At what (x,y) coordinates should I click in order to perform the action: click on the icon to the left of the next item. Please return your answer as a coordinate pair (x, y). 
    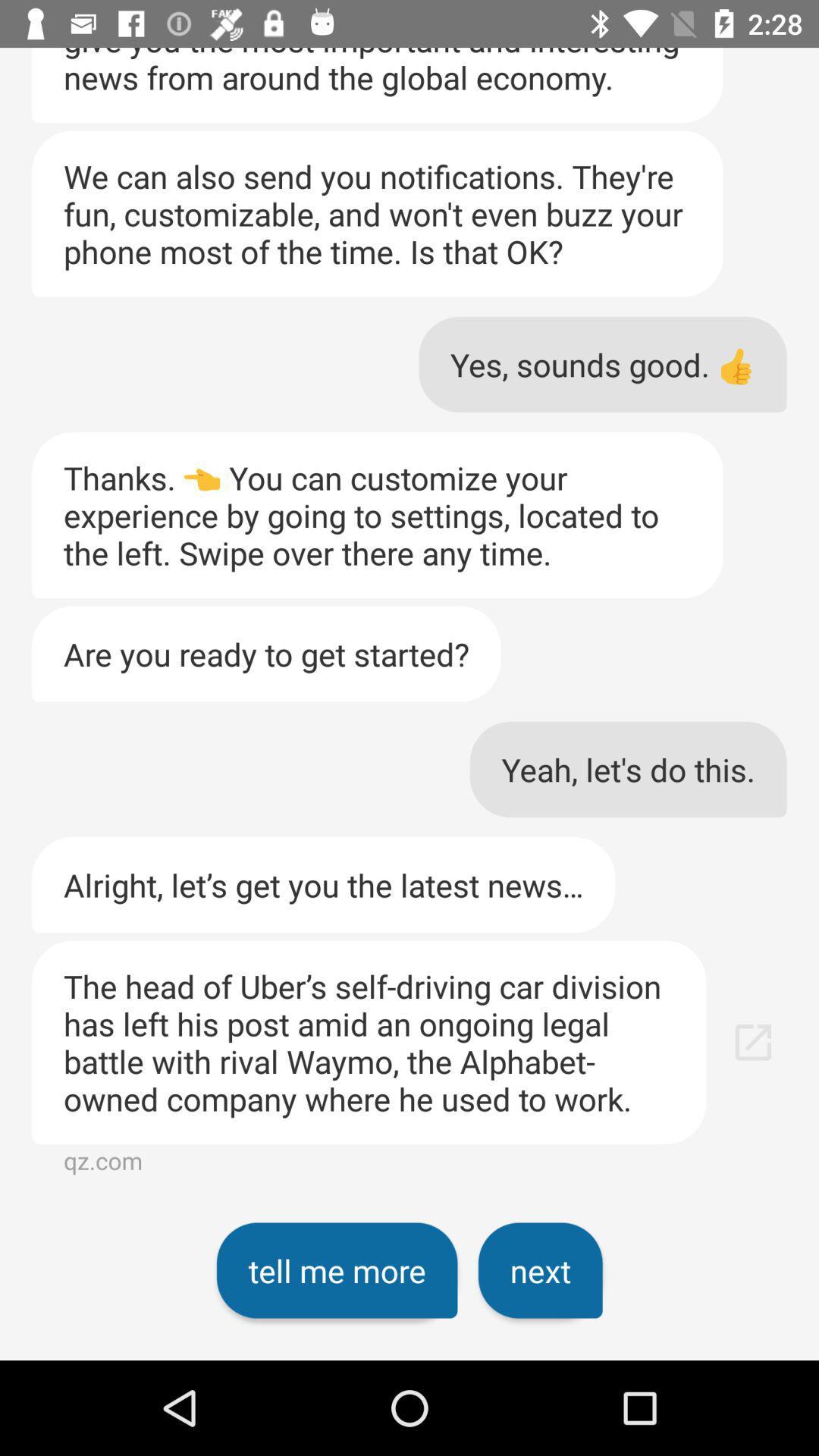
    Looking at the image, I should click on (336, 1270).